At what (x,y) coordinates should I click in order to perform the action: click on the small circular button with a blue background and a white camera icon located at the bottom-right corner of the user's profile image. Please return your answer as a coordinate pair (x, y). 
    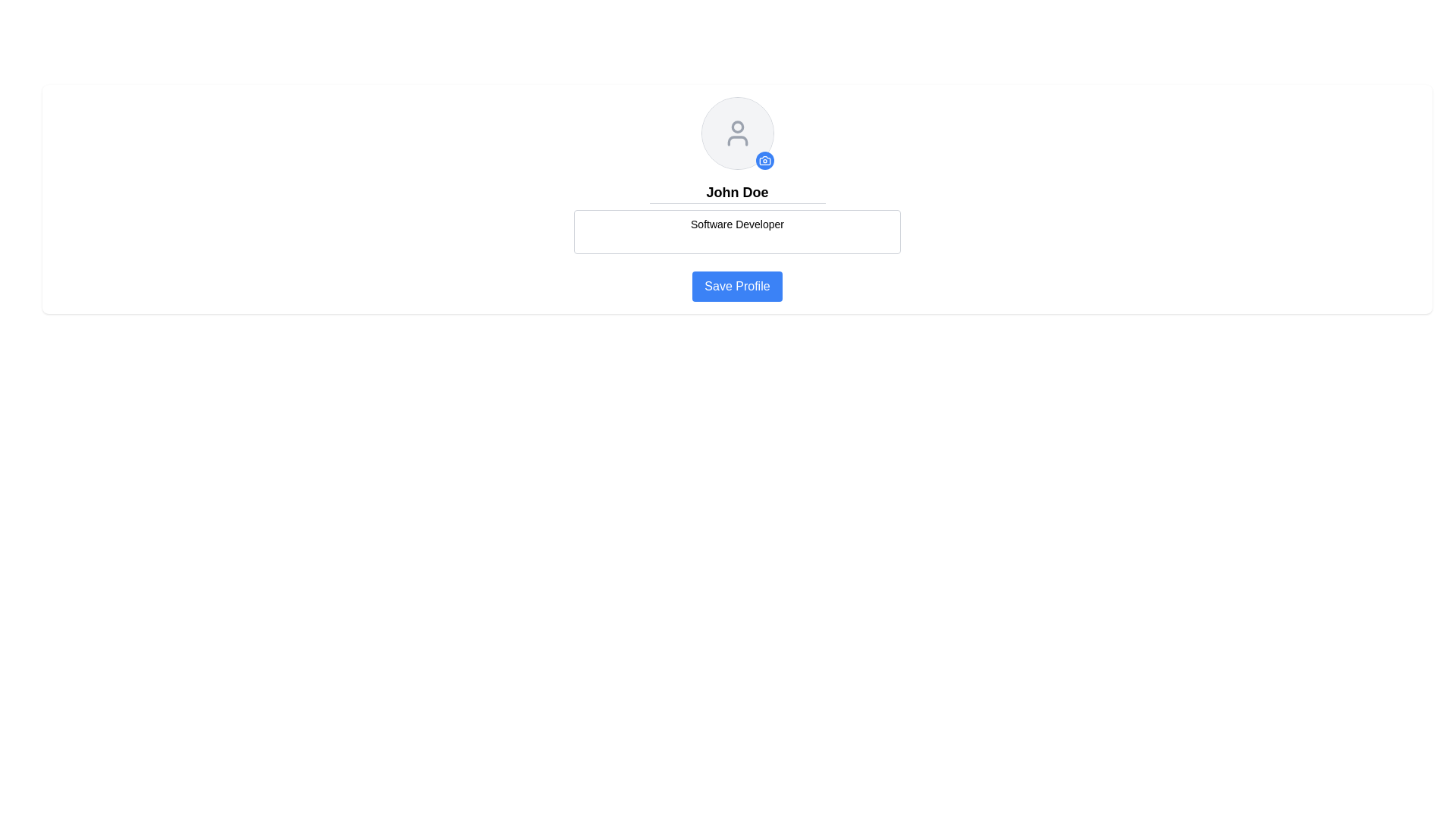
    Looking at the image, I should click on (764, 161).